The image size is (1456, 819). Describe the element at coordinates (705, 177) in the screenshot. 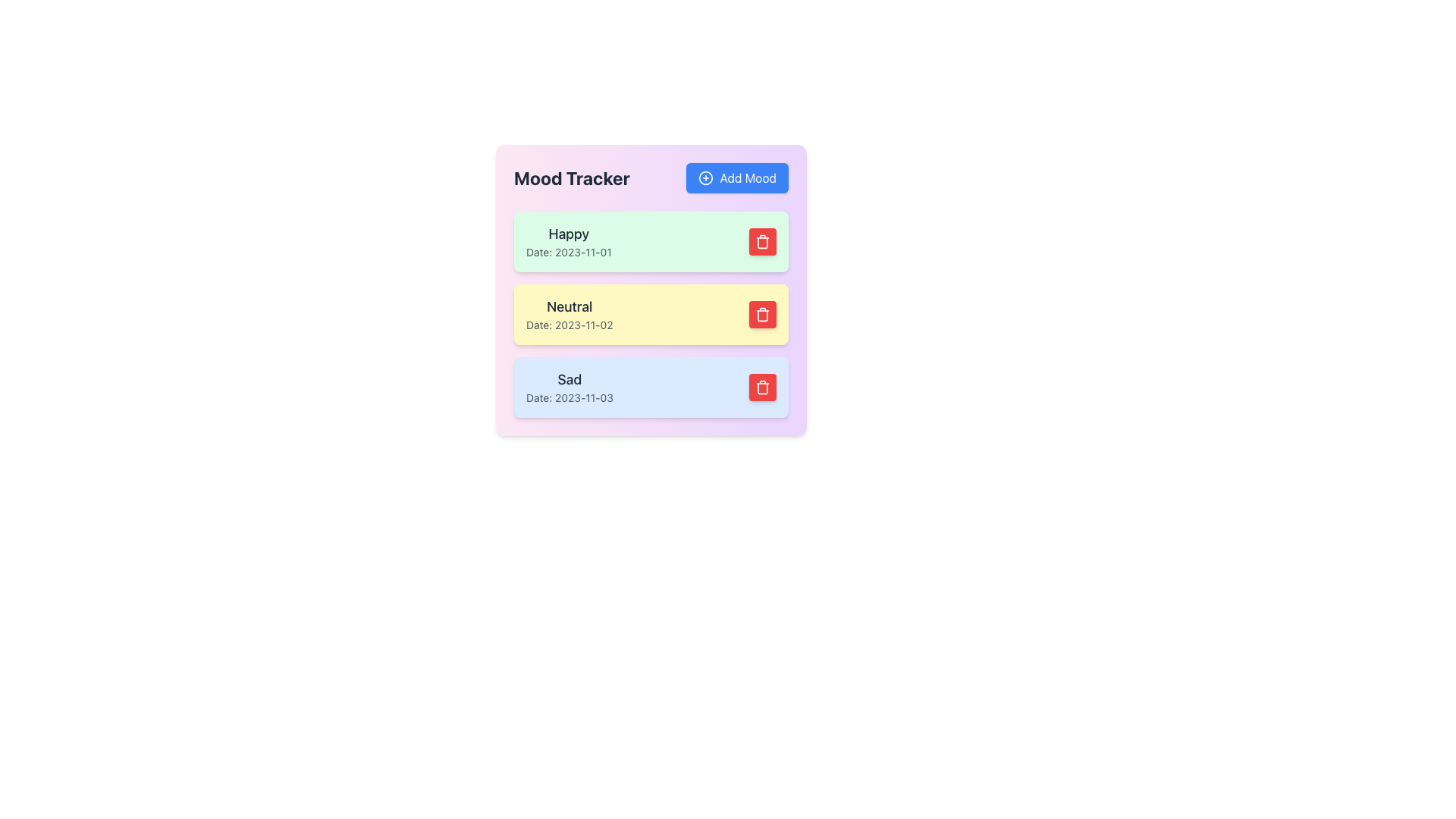

I see `the circle element that is part of the 'Add Mood' button located in the top-right corner of the card interface` at that location.